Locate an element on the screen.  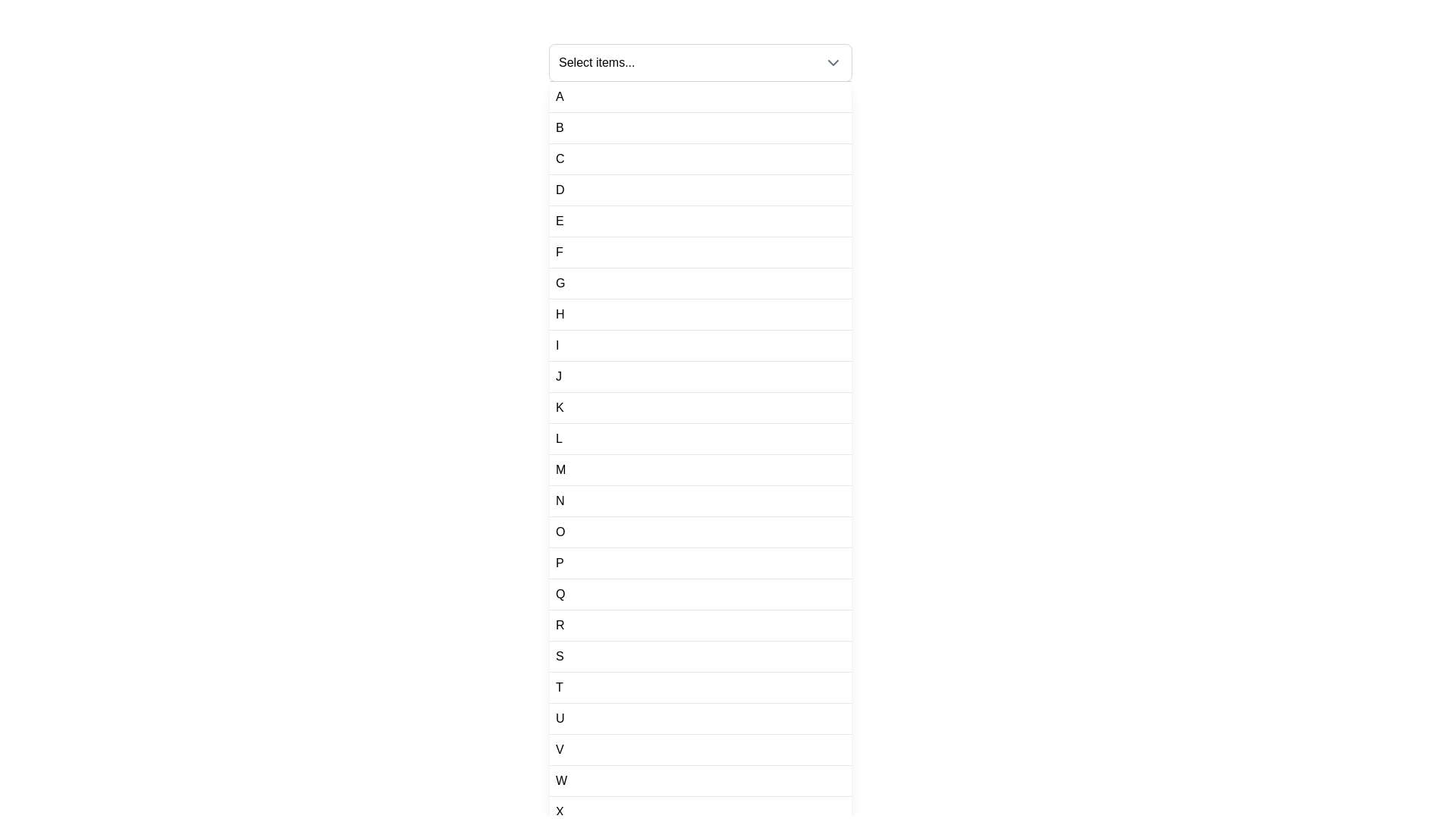
the collapsed dropdown menu labeled 'Select items...' is located at coordinates (700, 62).